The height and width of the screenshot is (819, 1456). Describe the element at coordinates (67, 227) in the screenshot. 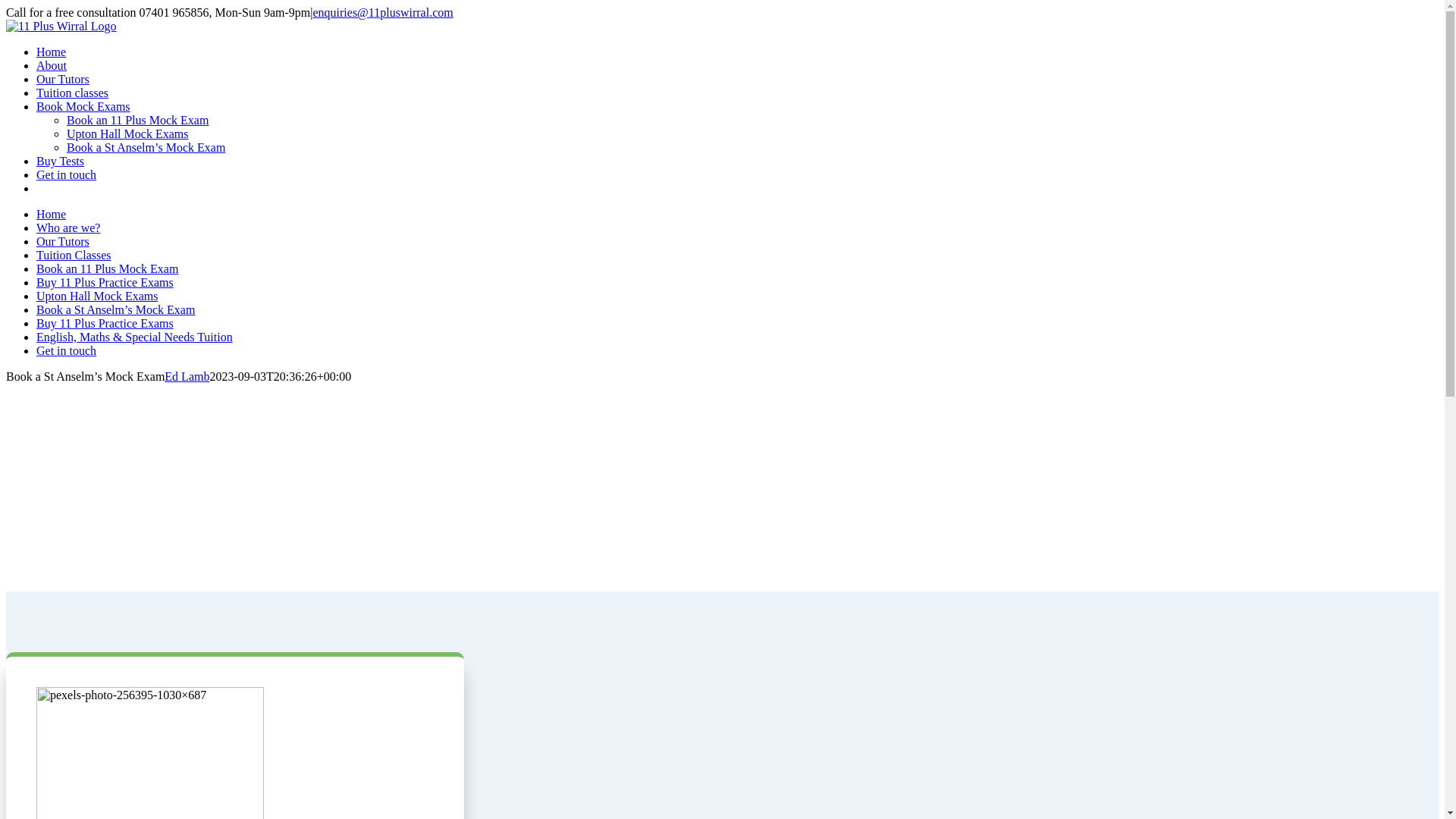

I see `'Who are we?'` at that location.